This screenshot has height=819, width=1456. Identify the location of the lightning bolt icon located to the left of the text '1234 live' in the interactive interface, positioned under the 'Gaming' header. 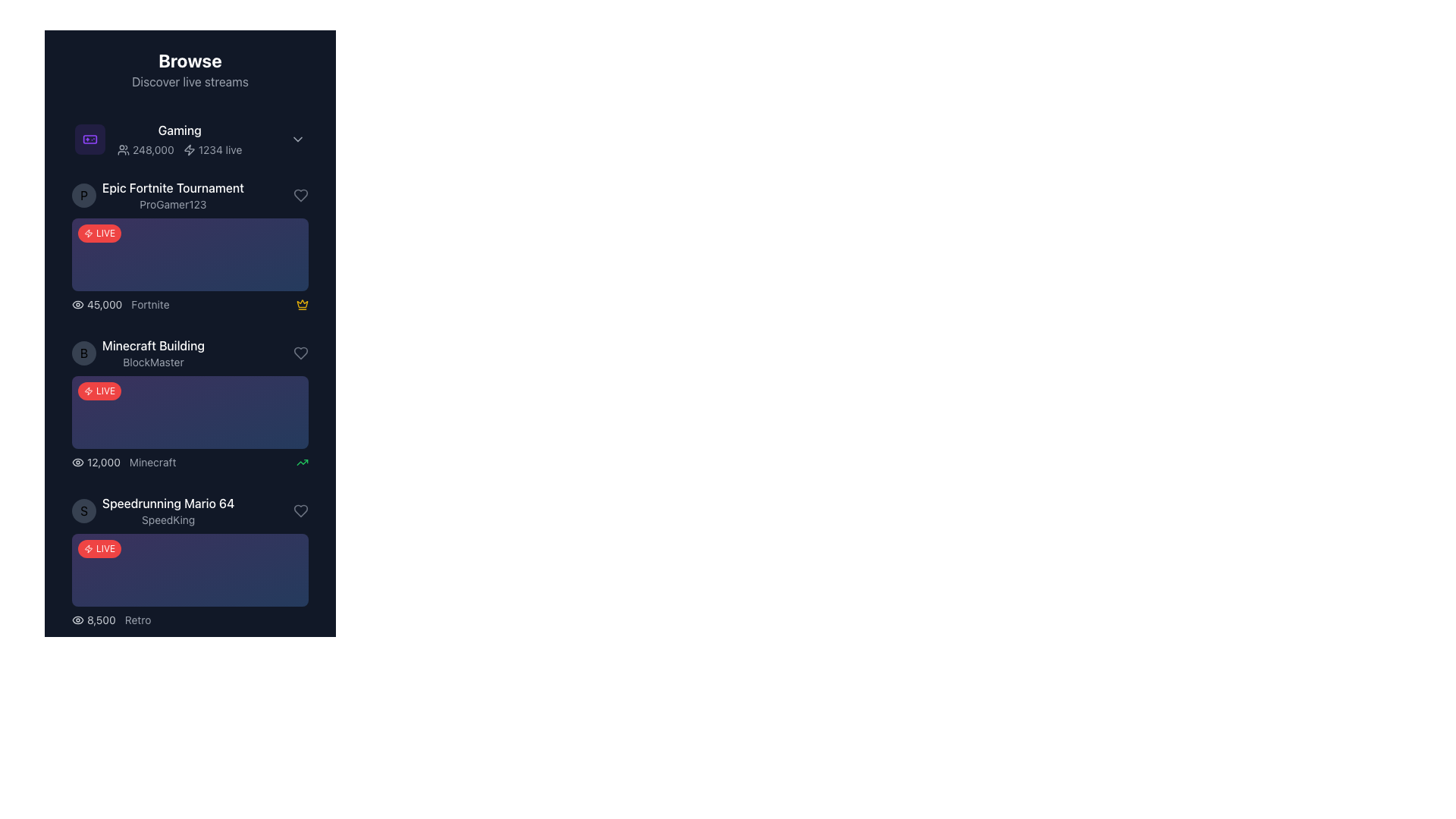
(188, 149).